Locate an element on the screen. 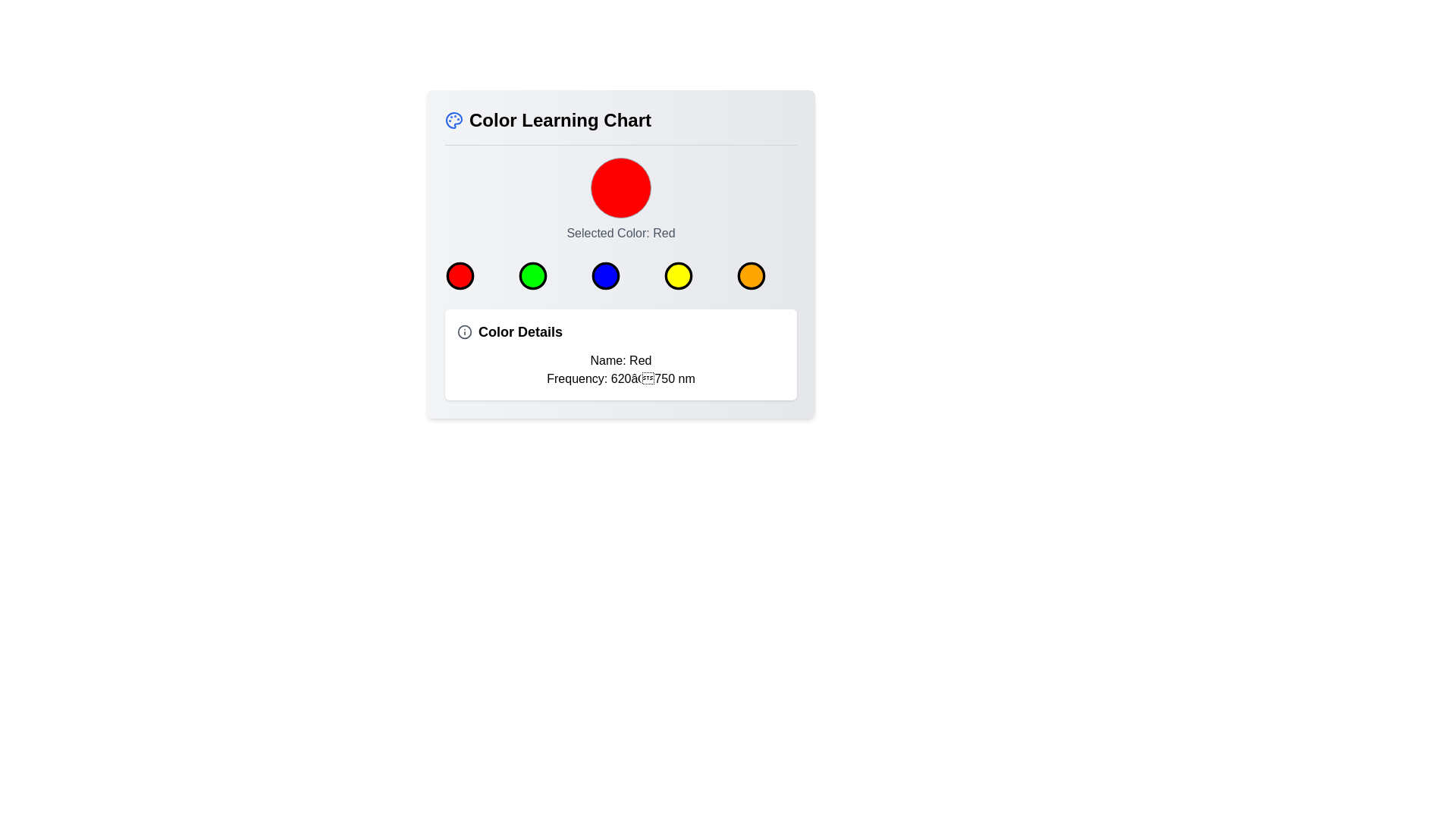  the yellow circular icon with a black border, which is the fourth circle in a horizontal layout of five circles is located at coordinates (677, 275).